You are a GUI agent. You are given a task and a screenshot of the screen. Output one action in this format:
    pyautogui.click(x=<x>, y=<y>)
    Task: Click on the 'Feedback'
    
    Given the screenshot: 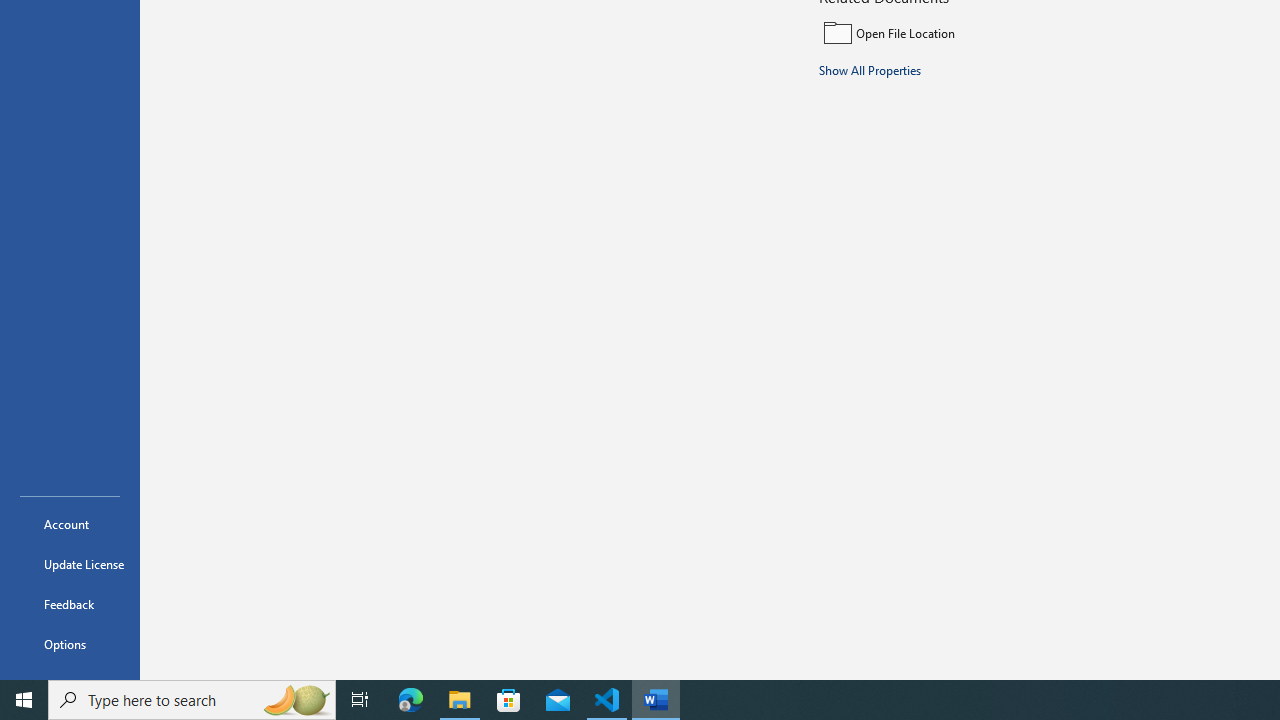 What is the action you would take?
    pyautogui.click(x=69, y=603)
    